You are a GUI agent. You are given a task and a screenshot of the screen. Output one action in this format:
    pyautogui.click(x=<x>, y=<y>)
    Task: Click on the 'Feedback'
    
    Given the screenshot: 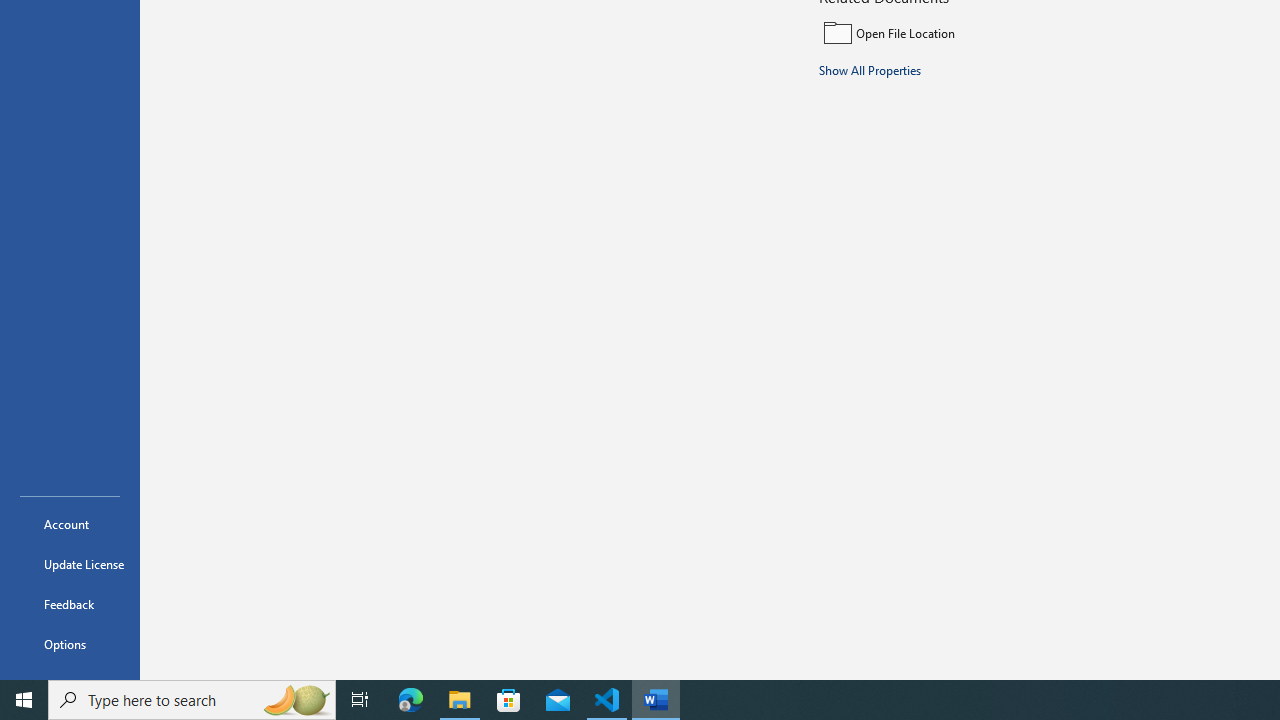 What is the action you would take?
    pyautogui.click(x=69, y=603)
    